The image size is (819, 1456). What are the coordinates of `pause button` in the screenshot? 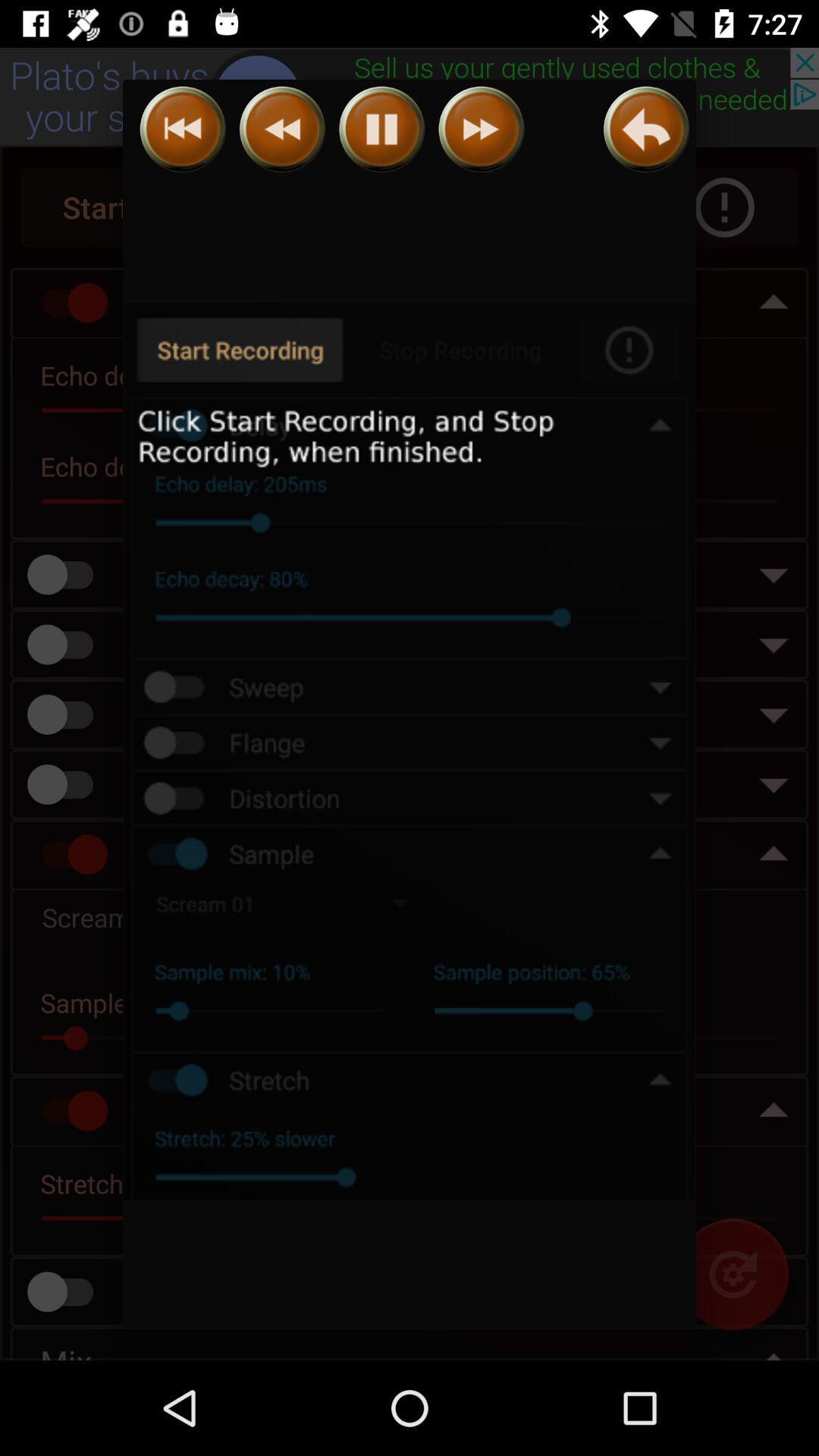 It's located at (381, 129).